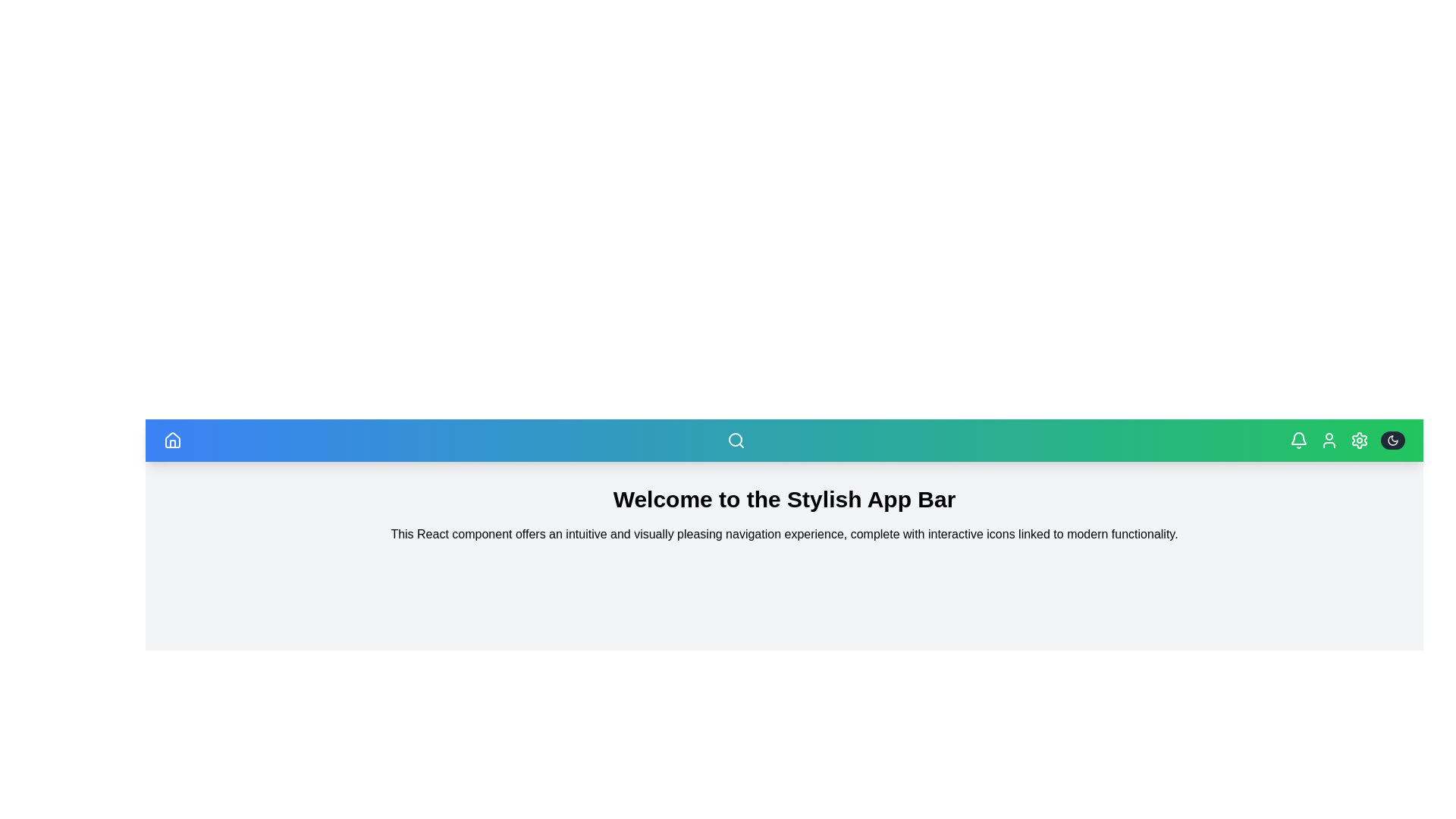  What do you see at coordinates (1393, 441) in the screenshot?
I see `the button with a Sun or Moon icon to toggle dark mode` at bounding box center [1393, 441].